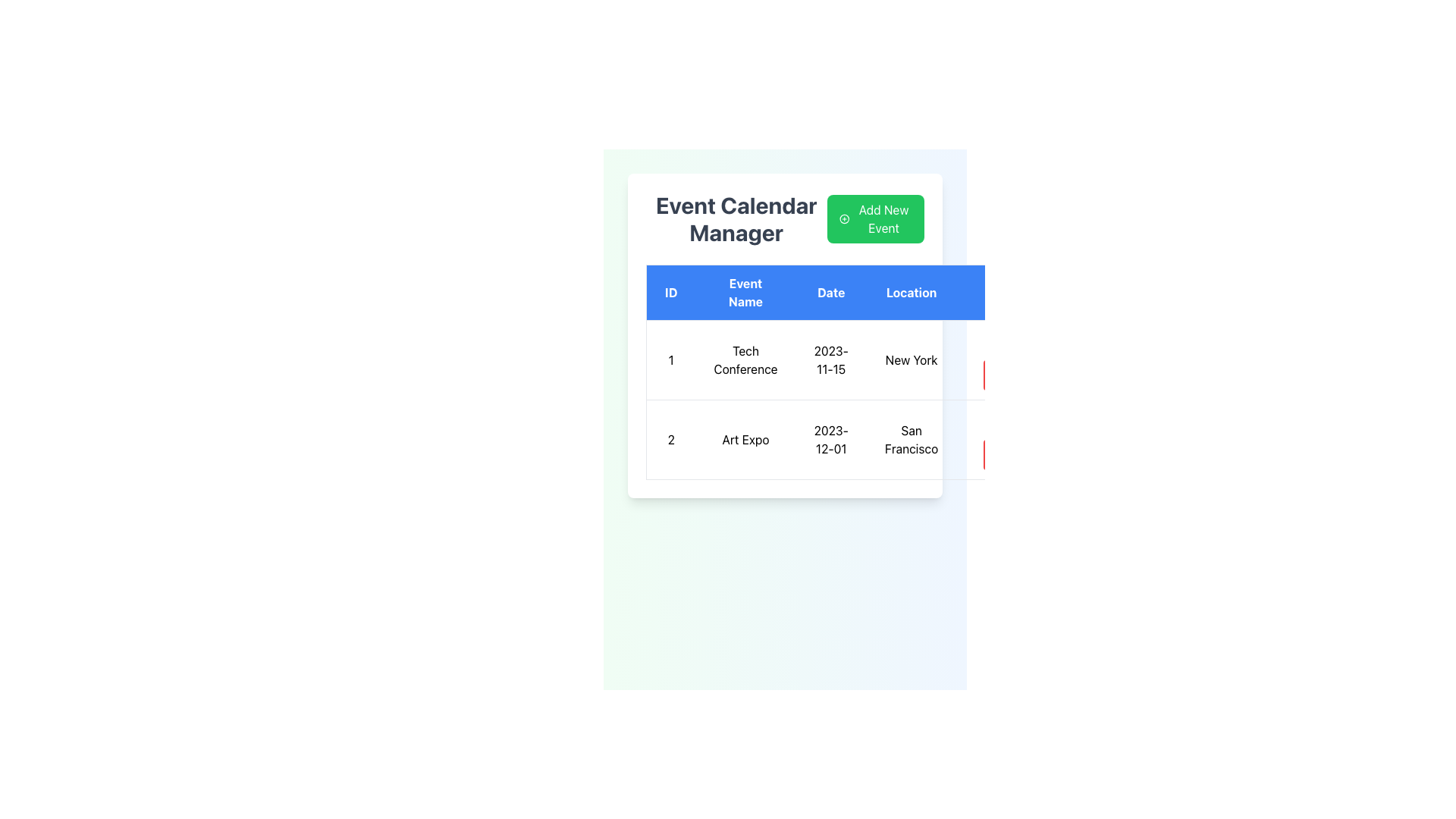 The image size is (1456, 819). I want to click on the Text Label that reads 'Event Calendar Manager', styled in a large, bold font with dark gray text, which is positioned above the 'Add New Event' button, so click(736, 219).